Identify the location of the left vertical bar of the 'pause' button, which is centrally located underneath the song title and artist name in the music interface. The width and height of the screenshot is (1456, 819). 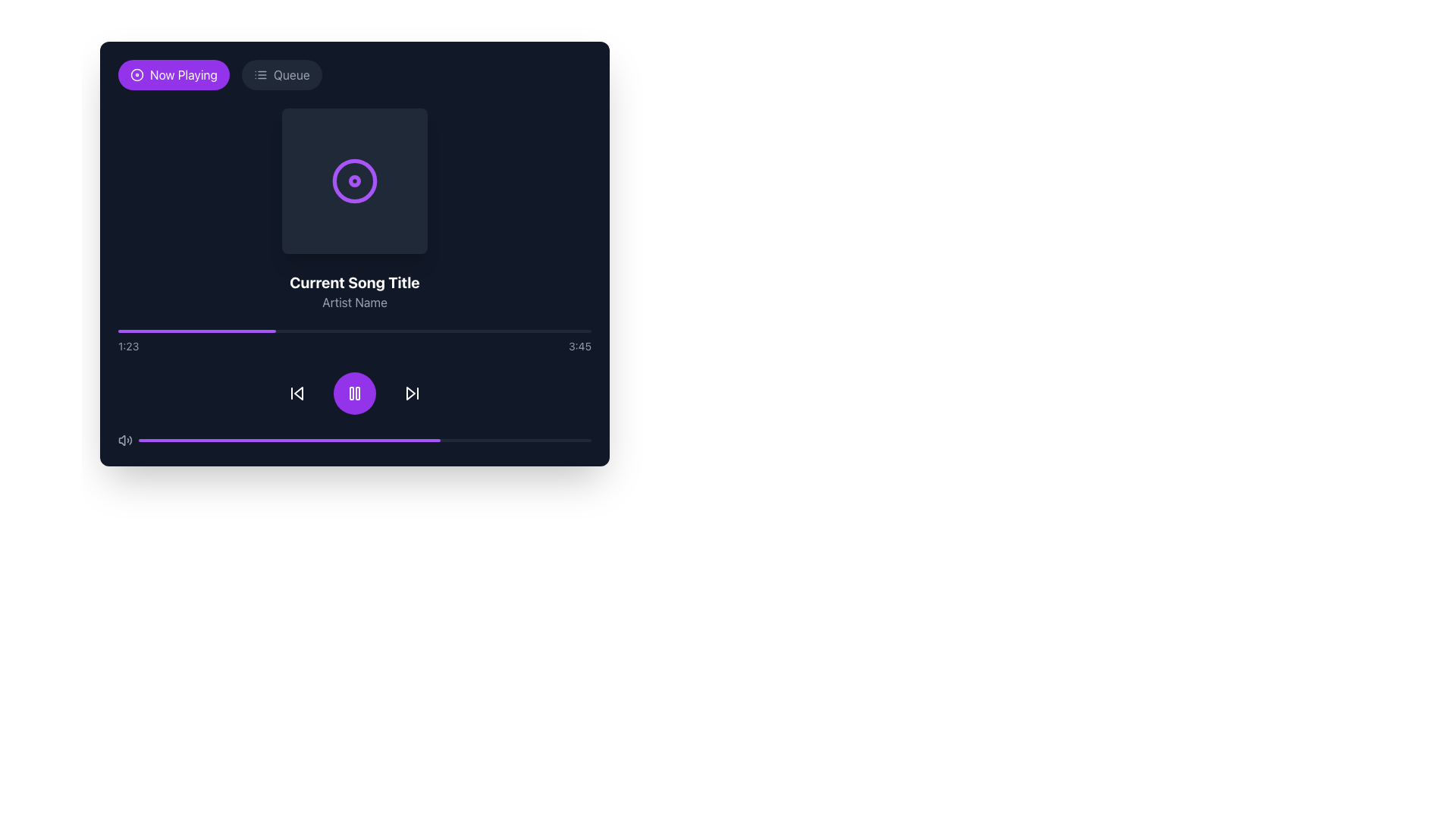
(351, 393).